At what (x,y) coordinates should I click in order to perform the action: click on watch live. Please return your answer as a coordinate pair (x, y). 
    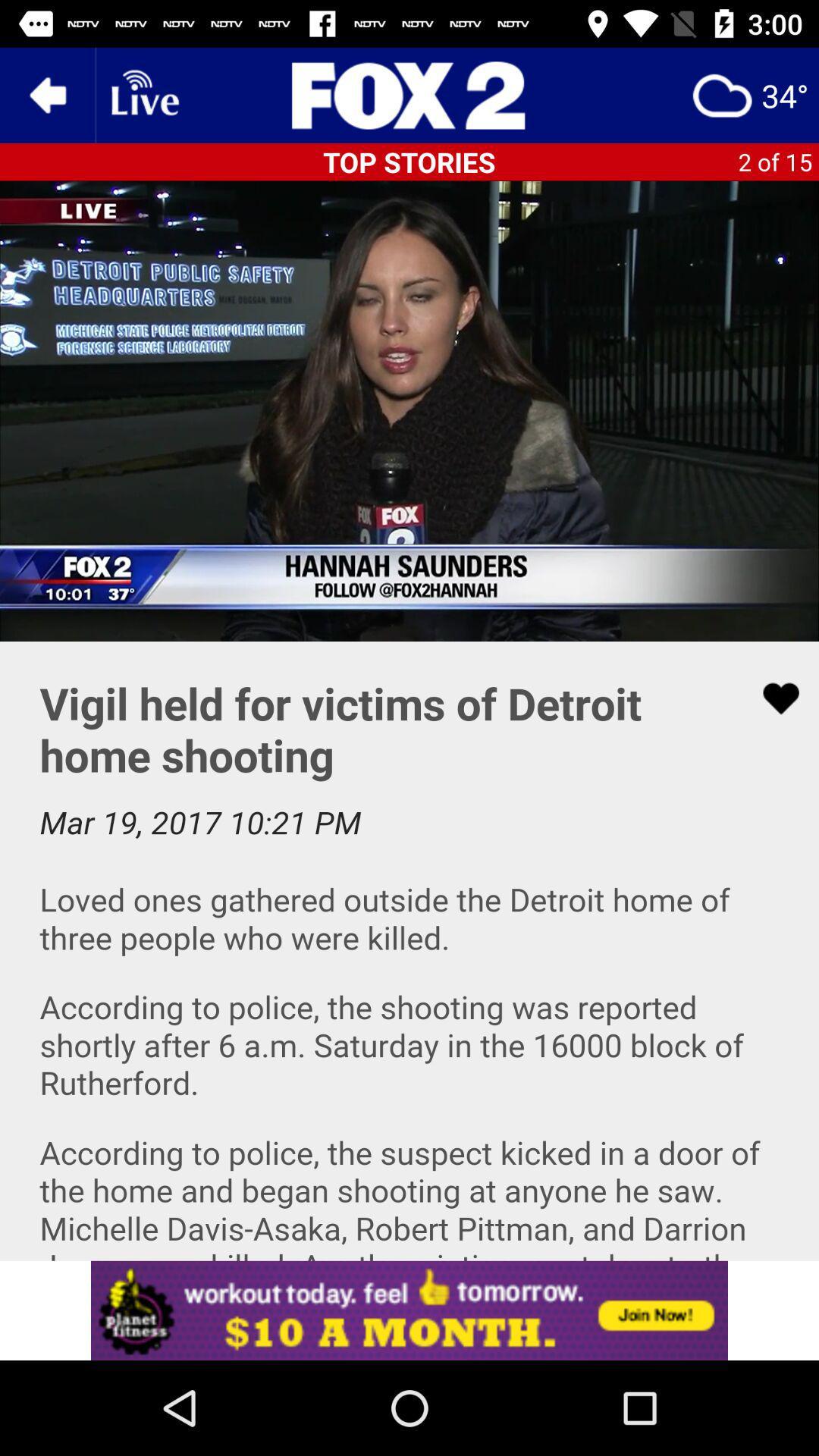
    Looking at the image, I should click on (143, 94).